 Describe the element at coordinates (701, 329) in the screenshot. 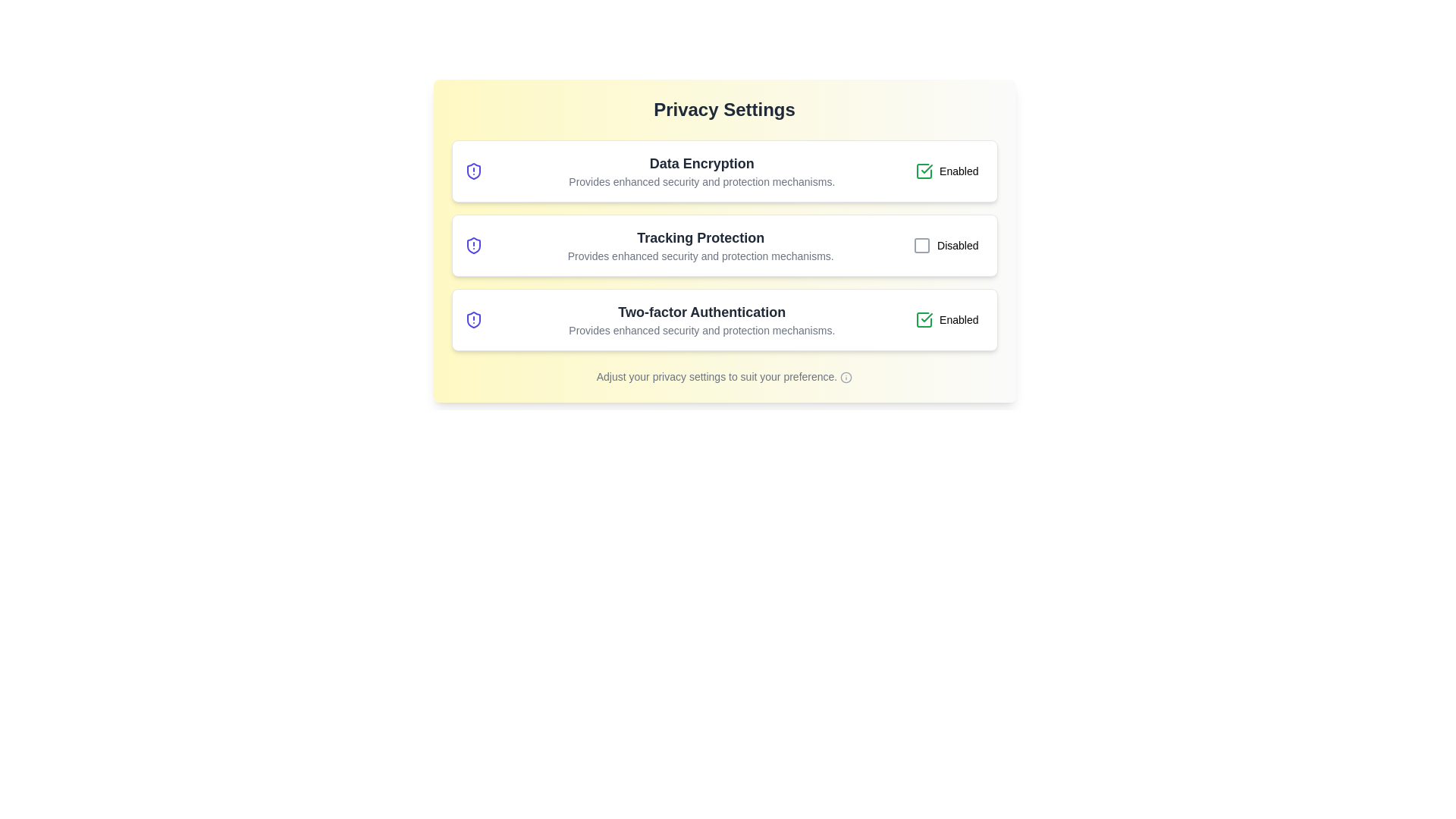

I see `the Text Label that describes the 'Two-factor Authentication' setting, which is located directly below the heading in the Privacy Settings section` at that location.